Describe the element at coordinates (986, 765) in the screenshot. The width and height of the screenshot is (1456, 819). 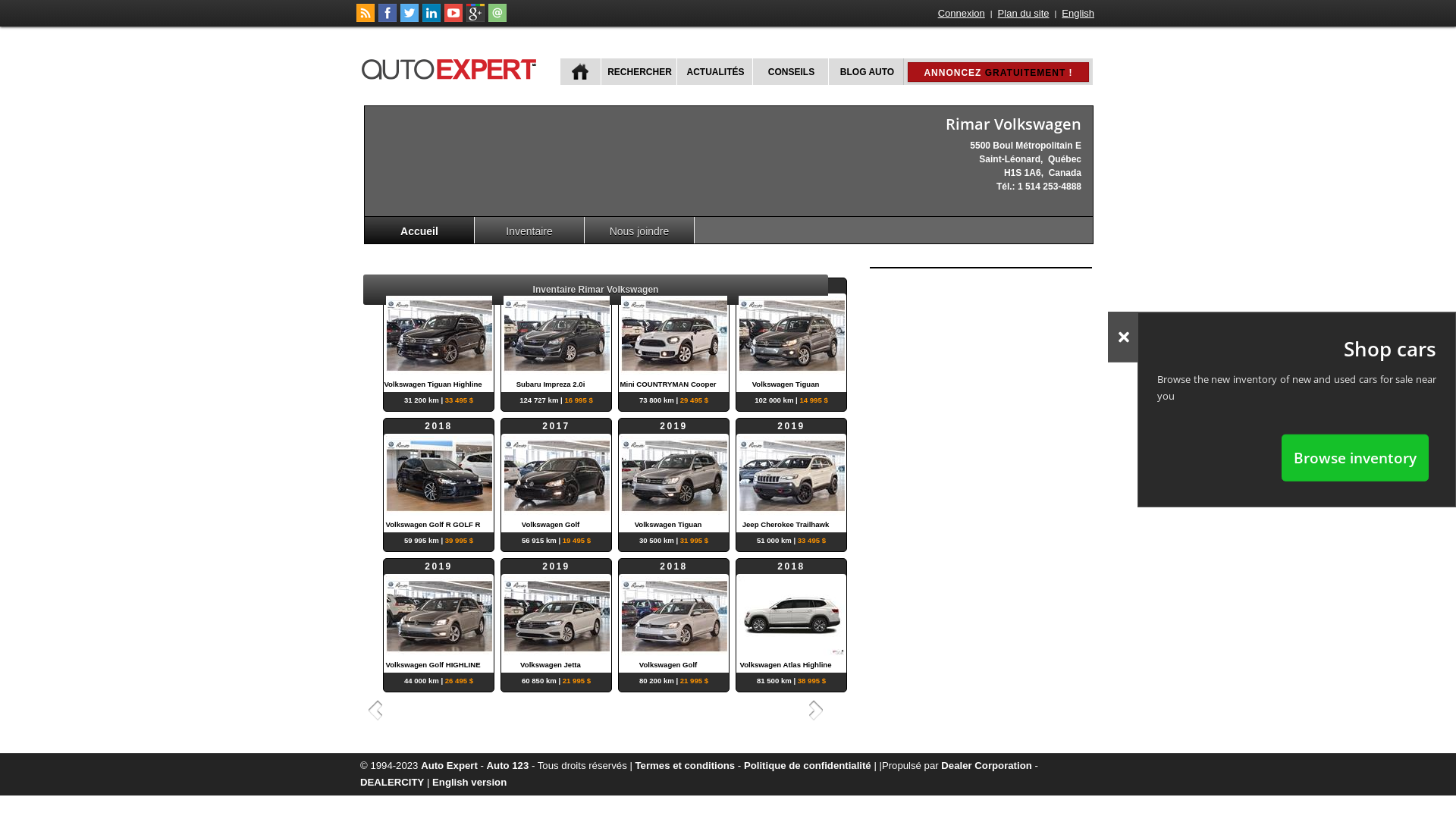
I see `'Dealer Corporation'` at that location.